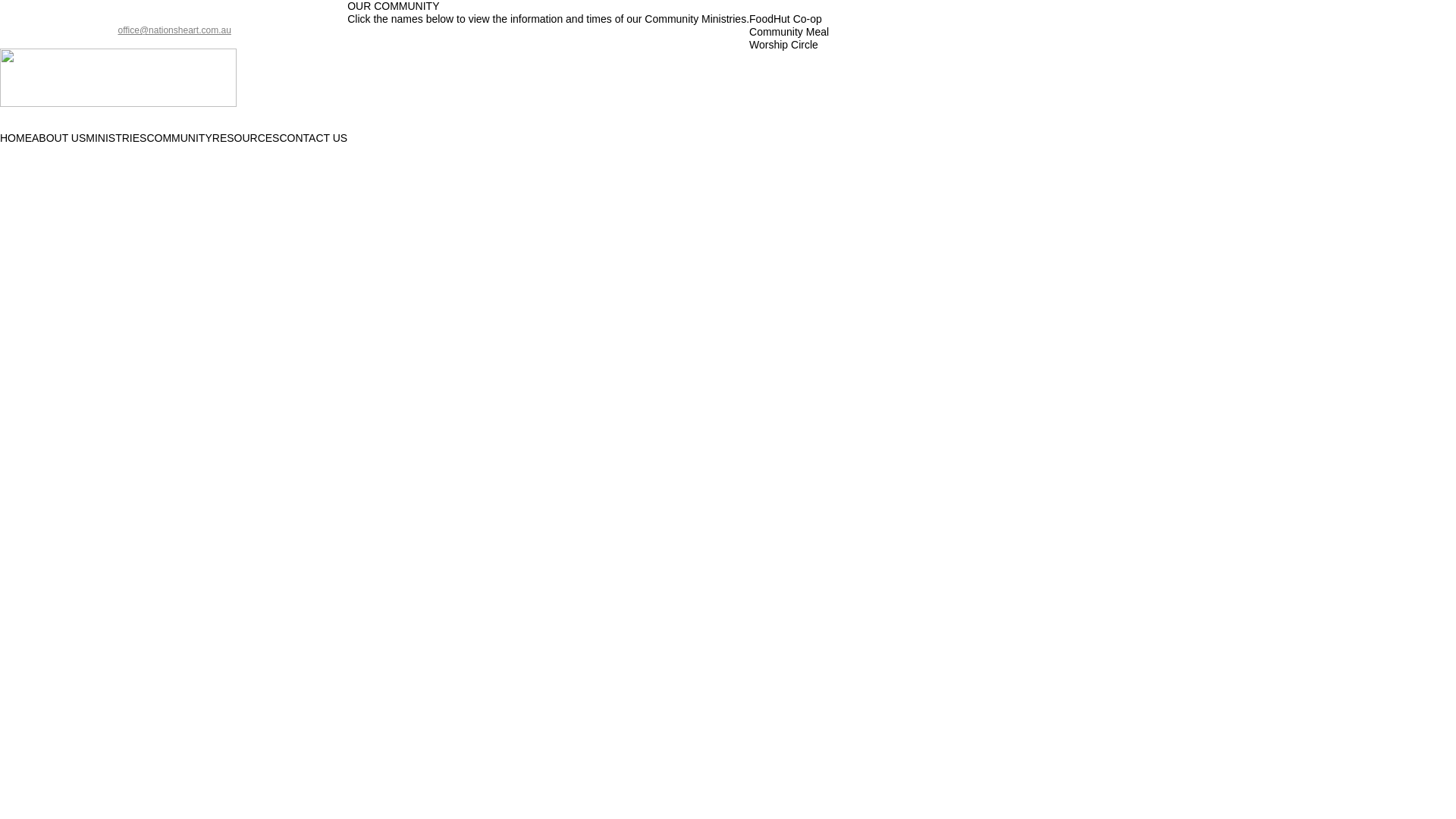 This screenshot has height=819, width=1456. I want to click on 'RESOURCES', so click(246, 138).